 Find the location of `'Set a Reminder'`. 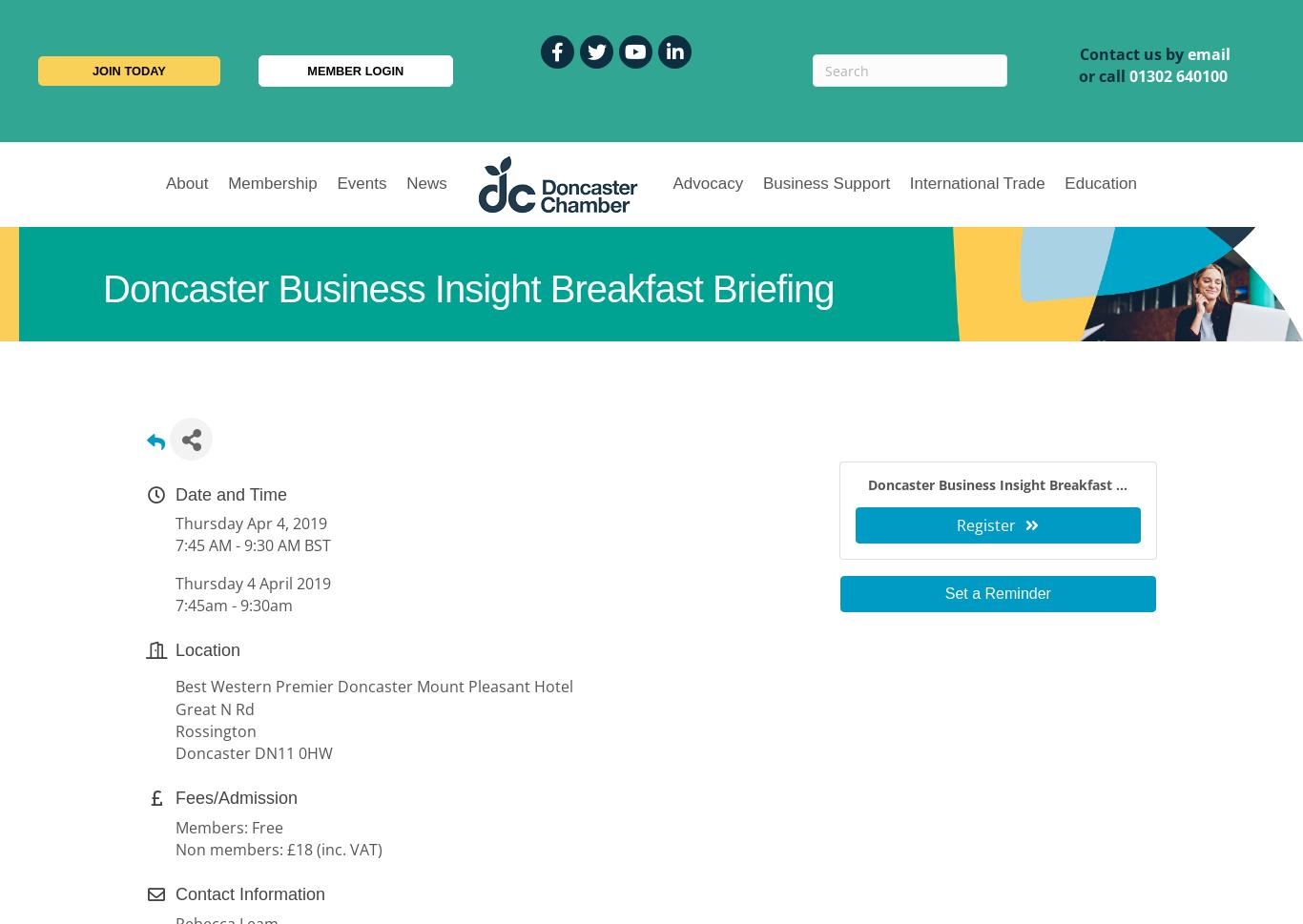

'Set a Reminder' is located at coordinates (996, 593).